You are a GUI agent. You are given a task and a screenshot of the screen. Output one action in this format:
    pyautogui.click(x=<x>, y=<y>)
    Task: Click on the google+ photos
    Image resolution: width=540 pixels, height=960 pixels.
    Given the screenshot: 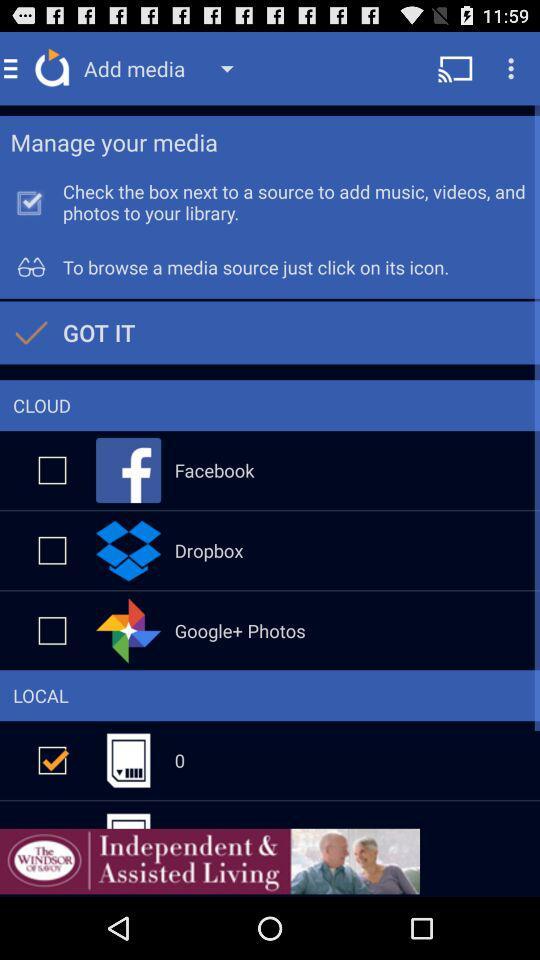 What is the action you would take?
    pyautogui.click(x=52, y=629)
    